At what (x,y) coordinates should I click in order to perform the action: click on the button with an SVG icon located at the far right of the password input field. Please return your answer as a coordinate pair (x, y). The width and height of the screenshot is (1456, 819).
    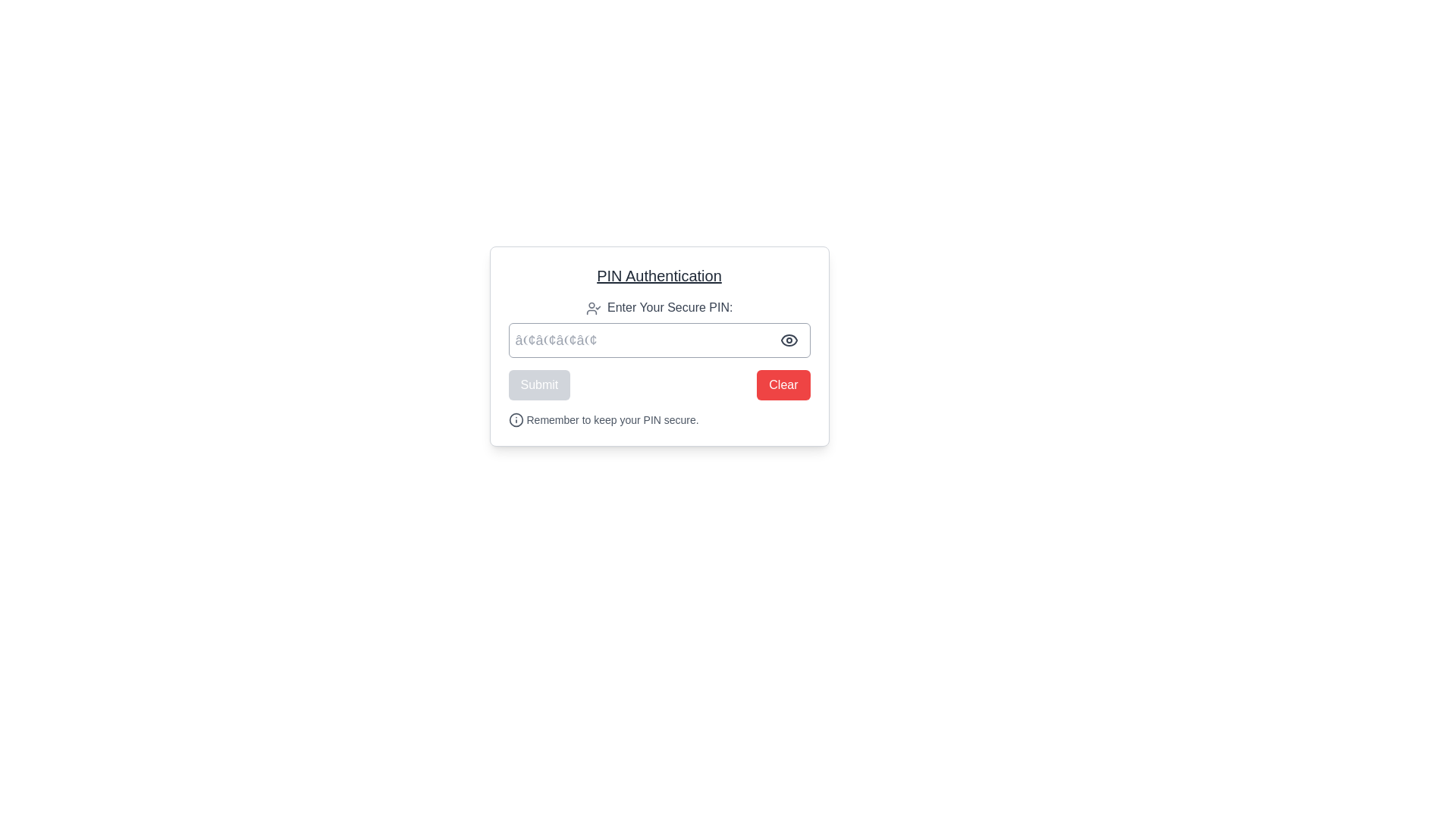
    Looking at the image, I should click on (789, 339).